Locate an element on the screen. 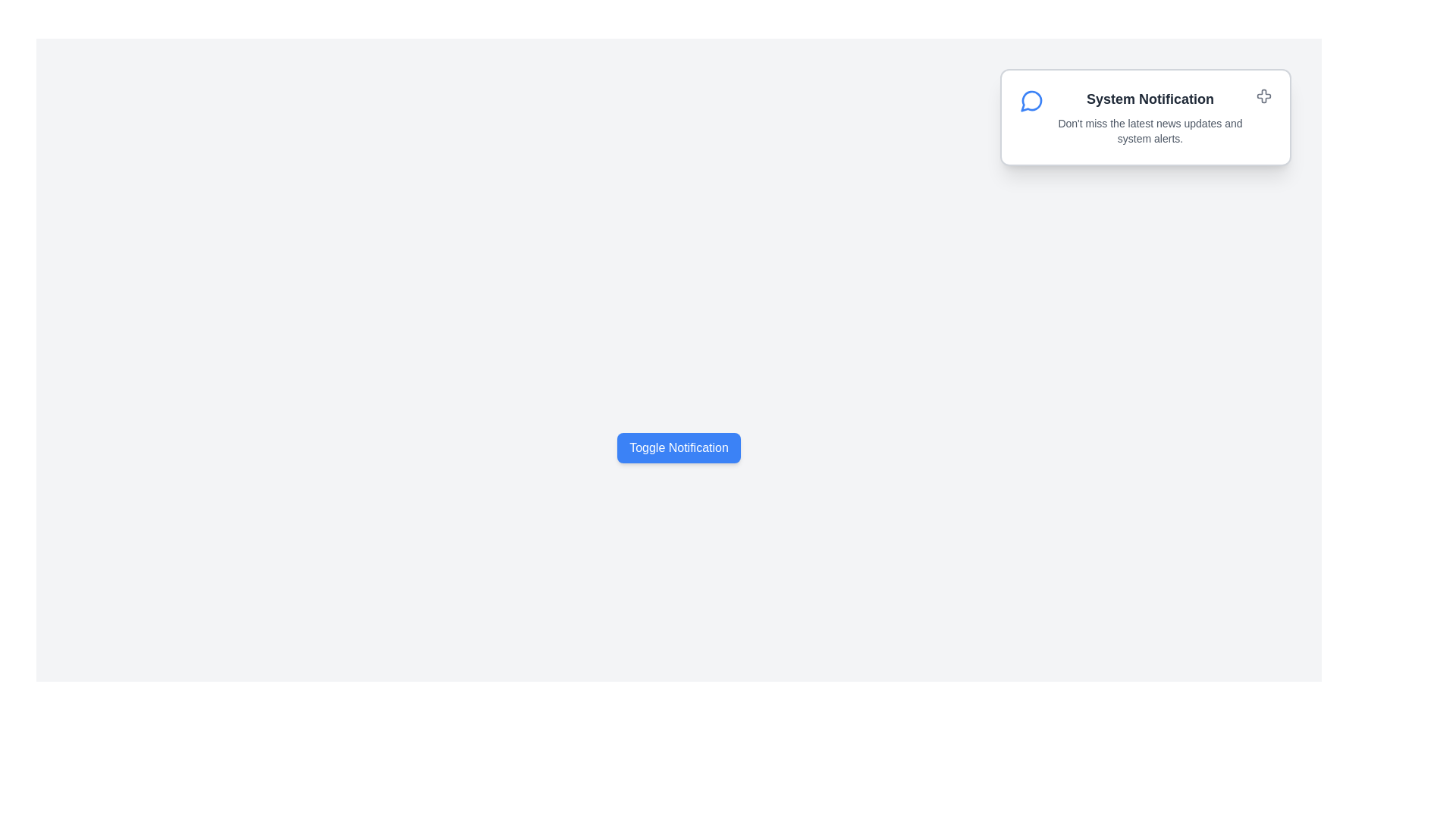 This screenshot has height=819, width=1456. the informational text display component titled 'System Notification', which features a bold title and descriptive text, located in the top-right area of the main interface is located at coordinates (1150, 116).